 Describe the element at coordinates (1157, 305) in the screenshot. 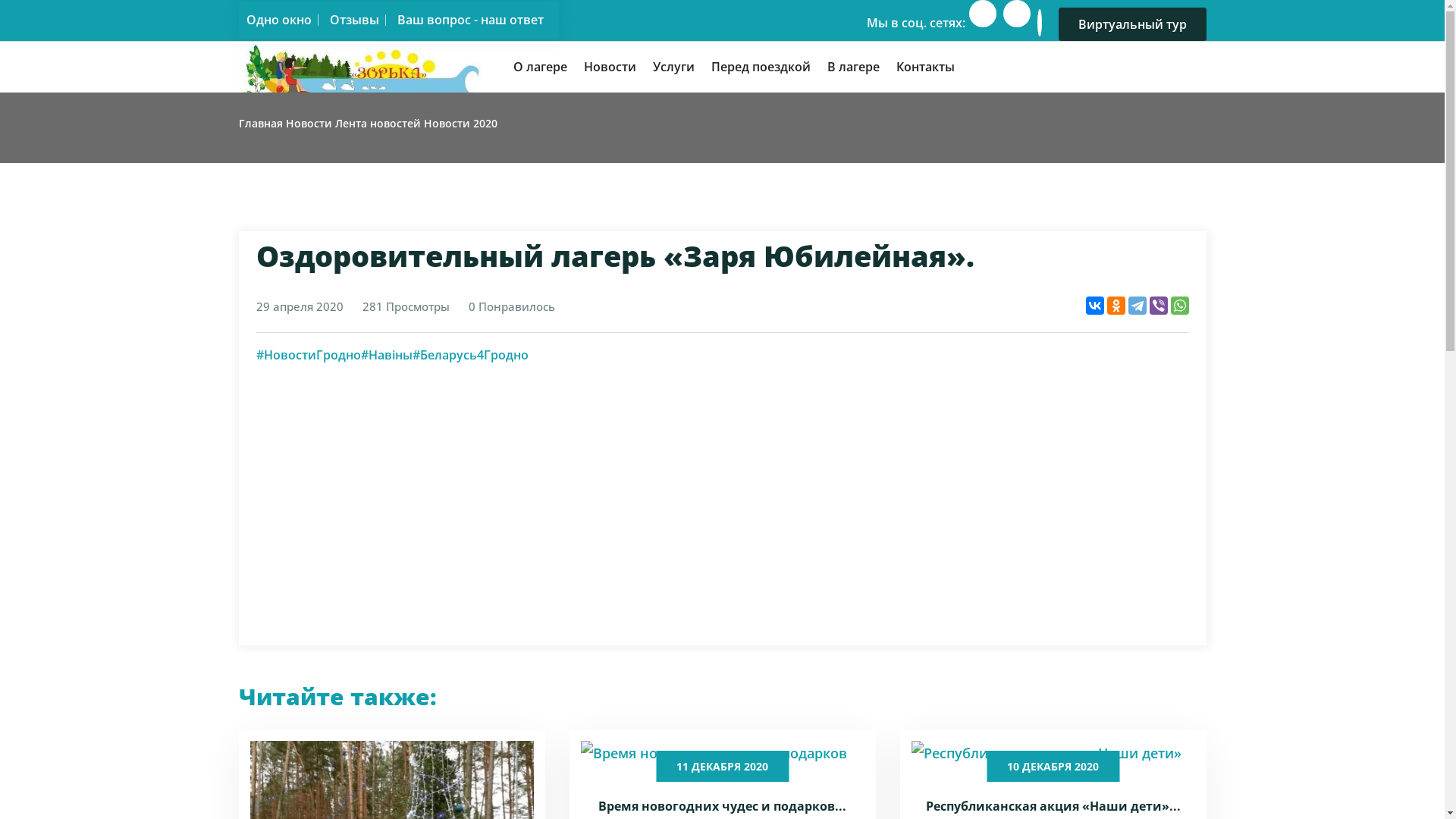

I see `'Viber'` at that location.